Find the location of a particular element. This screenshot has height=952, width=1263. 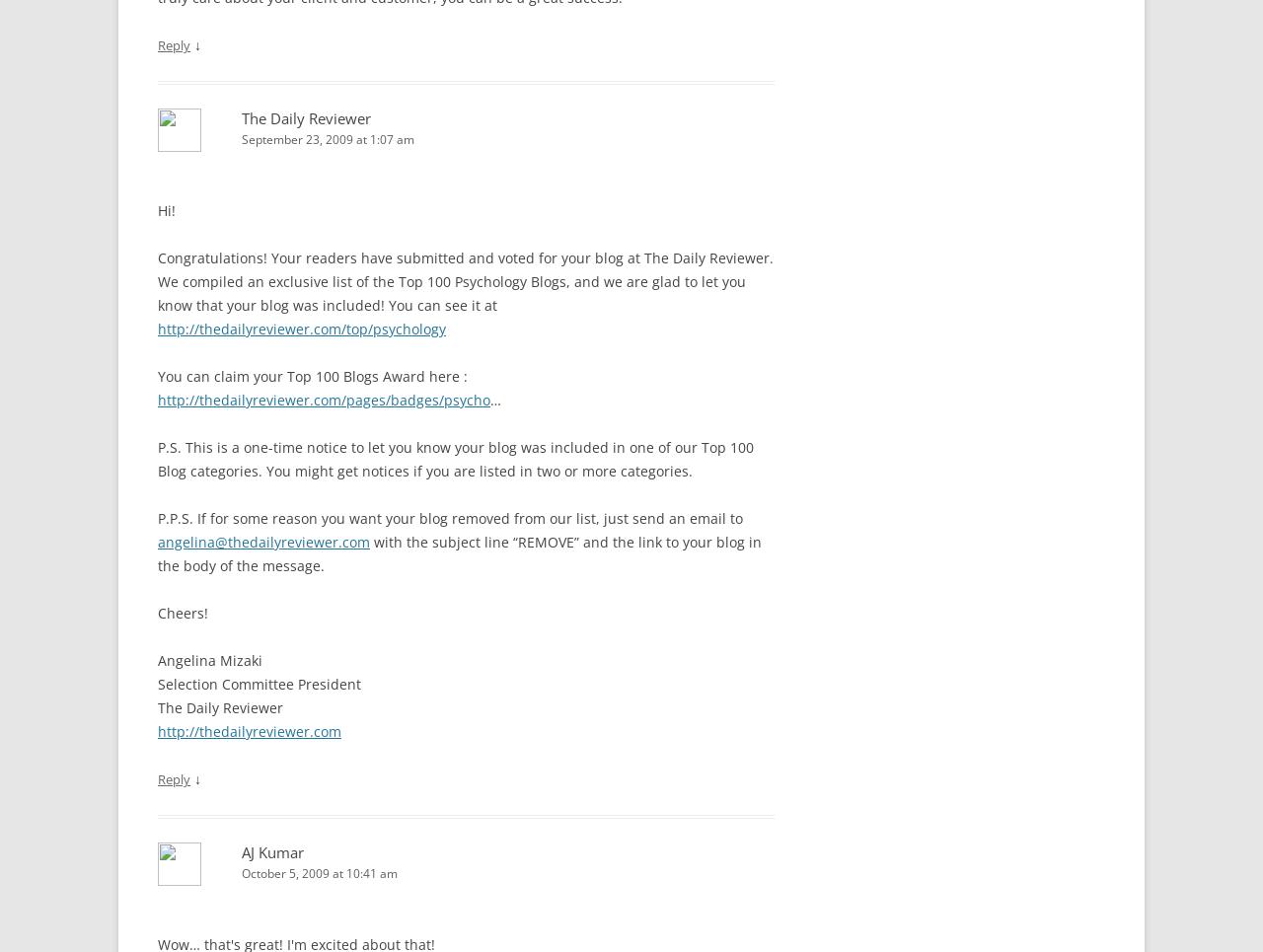

'October 5, 2009 at 10:41 am' is located at coordinates (319, 872).